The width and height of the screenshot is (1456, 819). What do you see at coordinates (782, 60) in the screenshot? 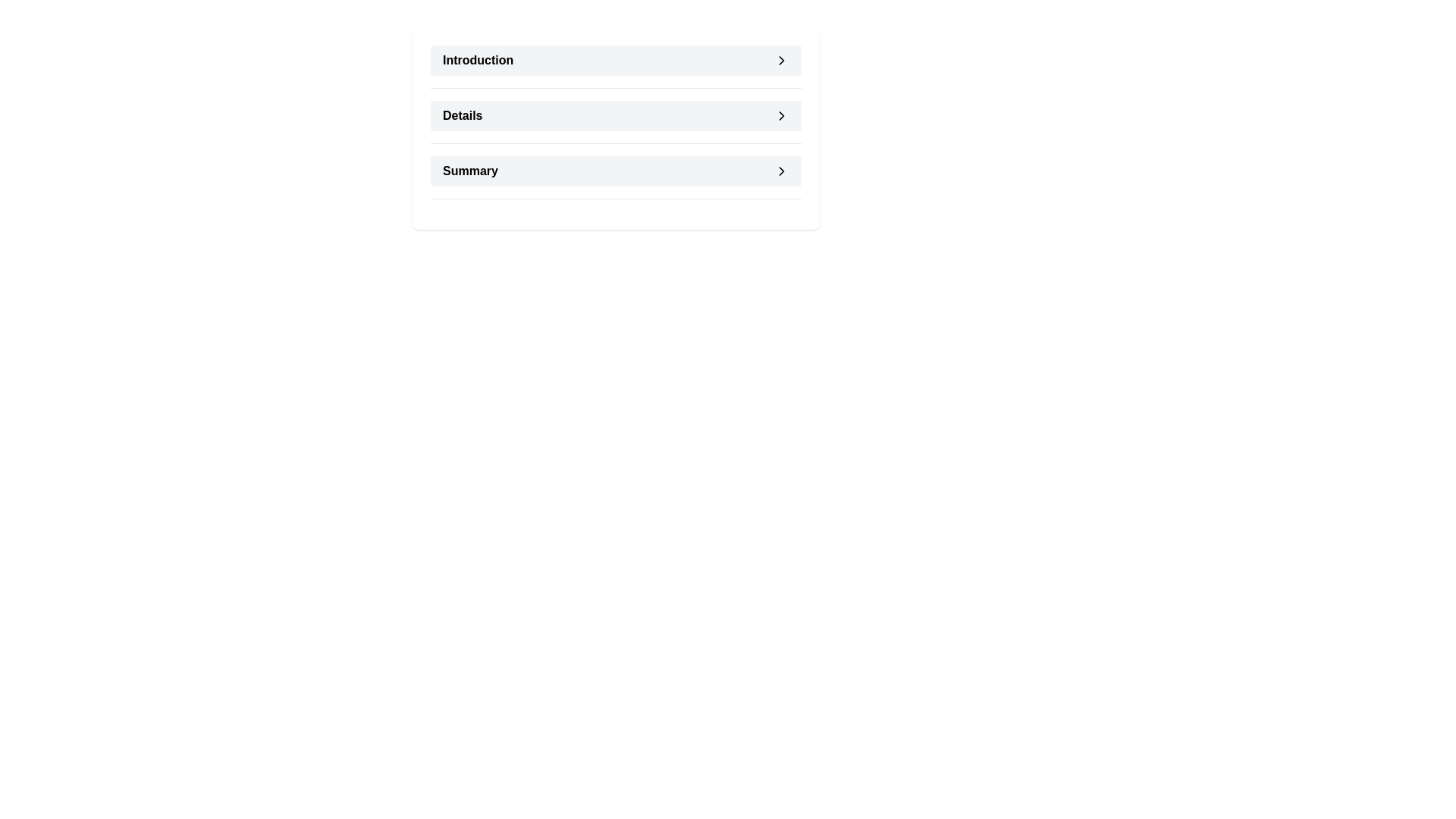
I see `the Arrow icon located at the far right edge of the 'Introduction' list item, which serves as an indicator for navigation or submenu access` at bounding box center [782, 60].